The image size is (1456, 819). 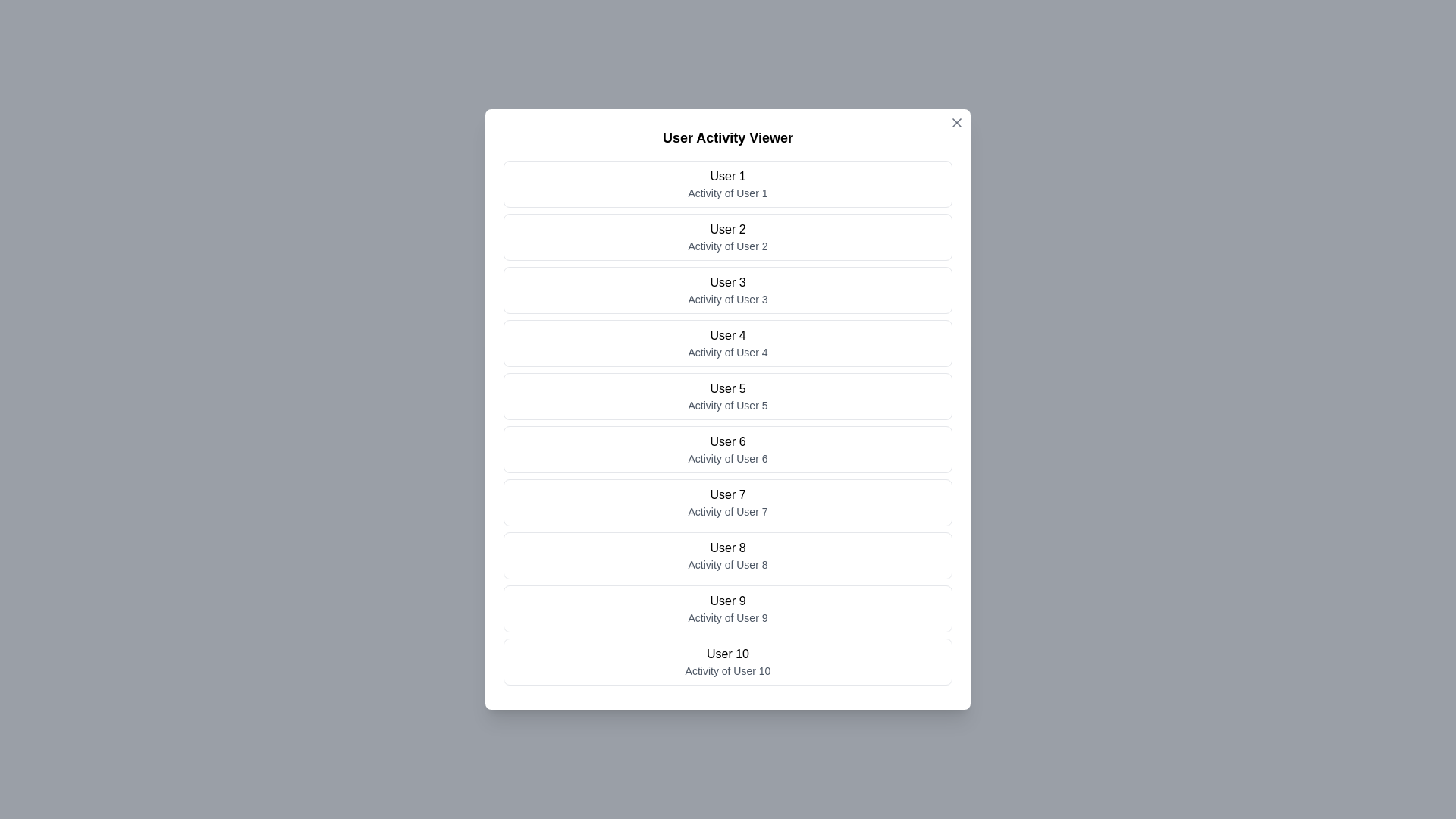 I want to click on the close button located at the top-right corner of the dialog, so click(x=956, y=122).